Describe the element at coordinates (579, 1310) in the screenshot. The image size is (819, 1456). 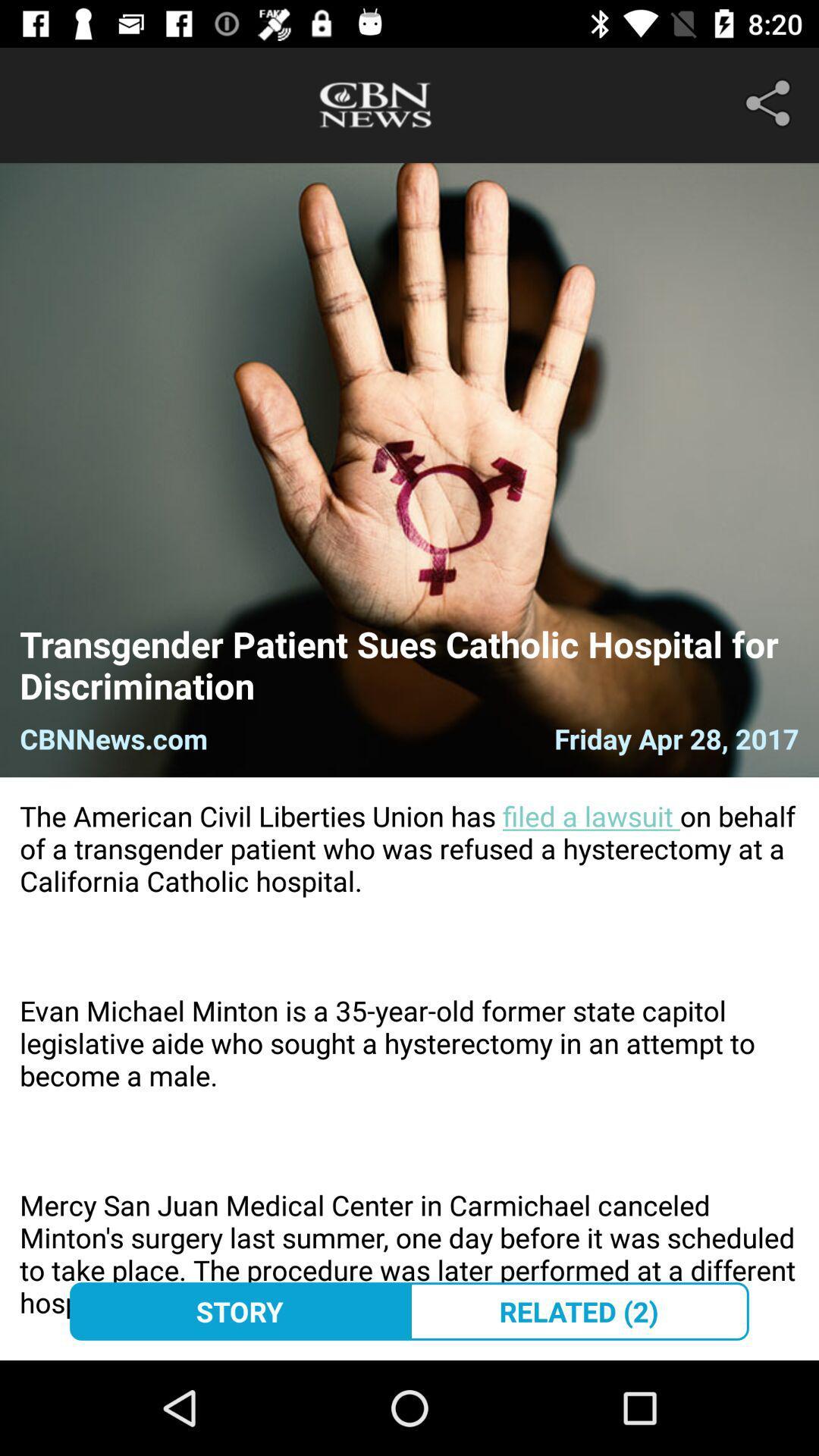
I see `the related (2) icon` at that location.